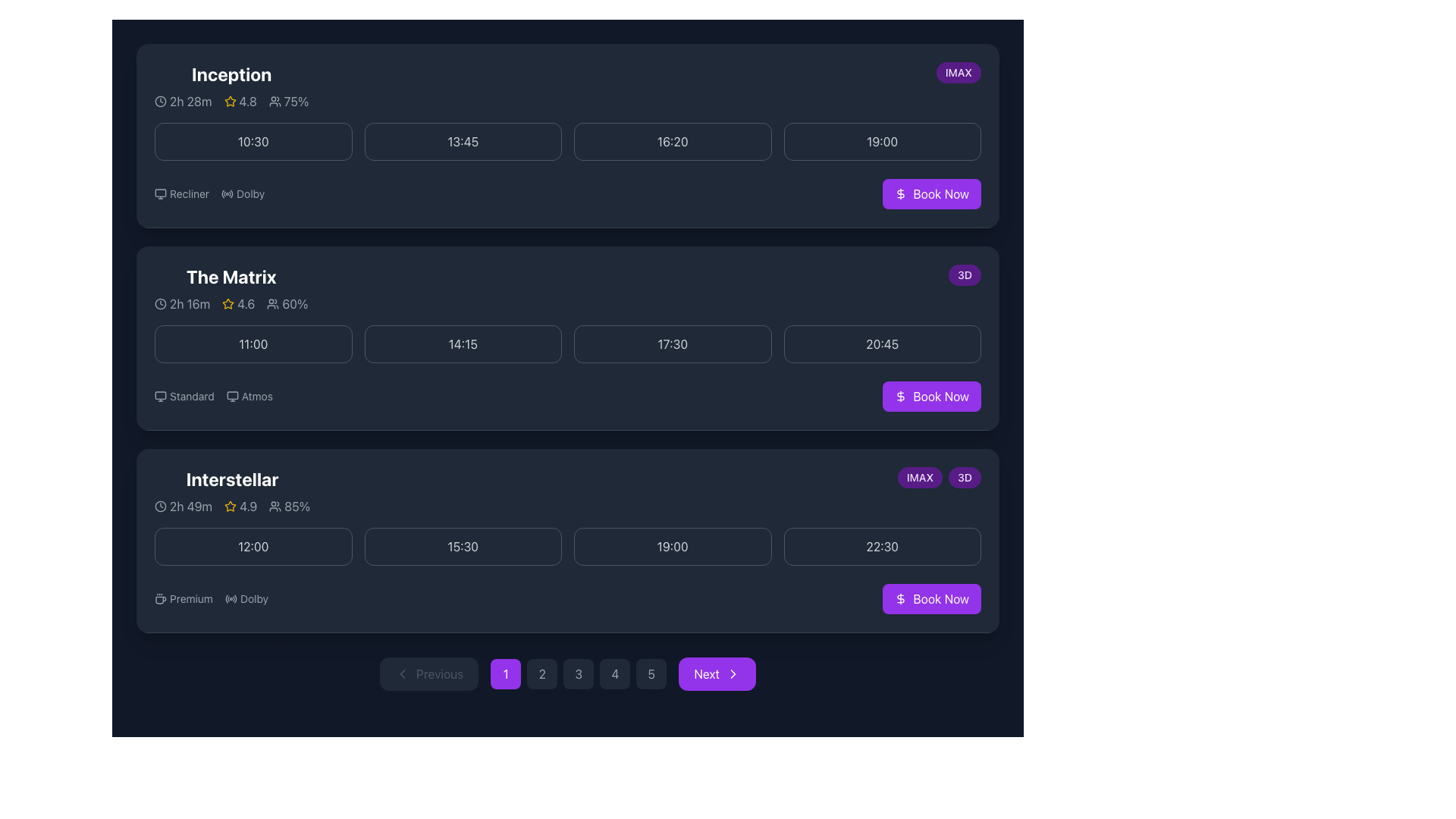  Describe the element at coordinates (231, 304) in the screenshot. I see `the yellow star icon representing the movie 'The Matrix', which is the second inline item among the metadata details` at that location.